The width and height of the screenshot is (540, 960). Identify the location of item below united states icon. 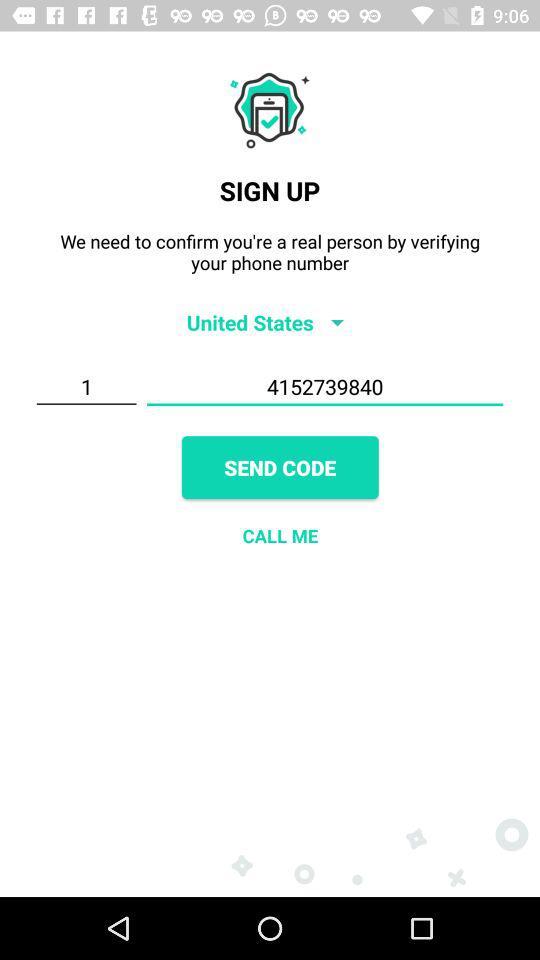
(325, 386).